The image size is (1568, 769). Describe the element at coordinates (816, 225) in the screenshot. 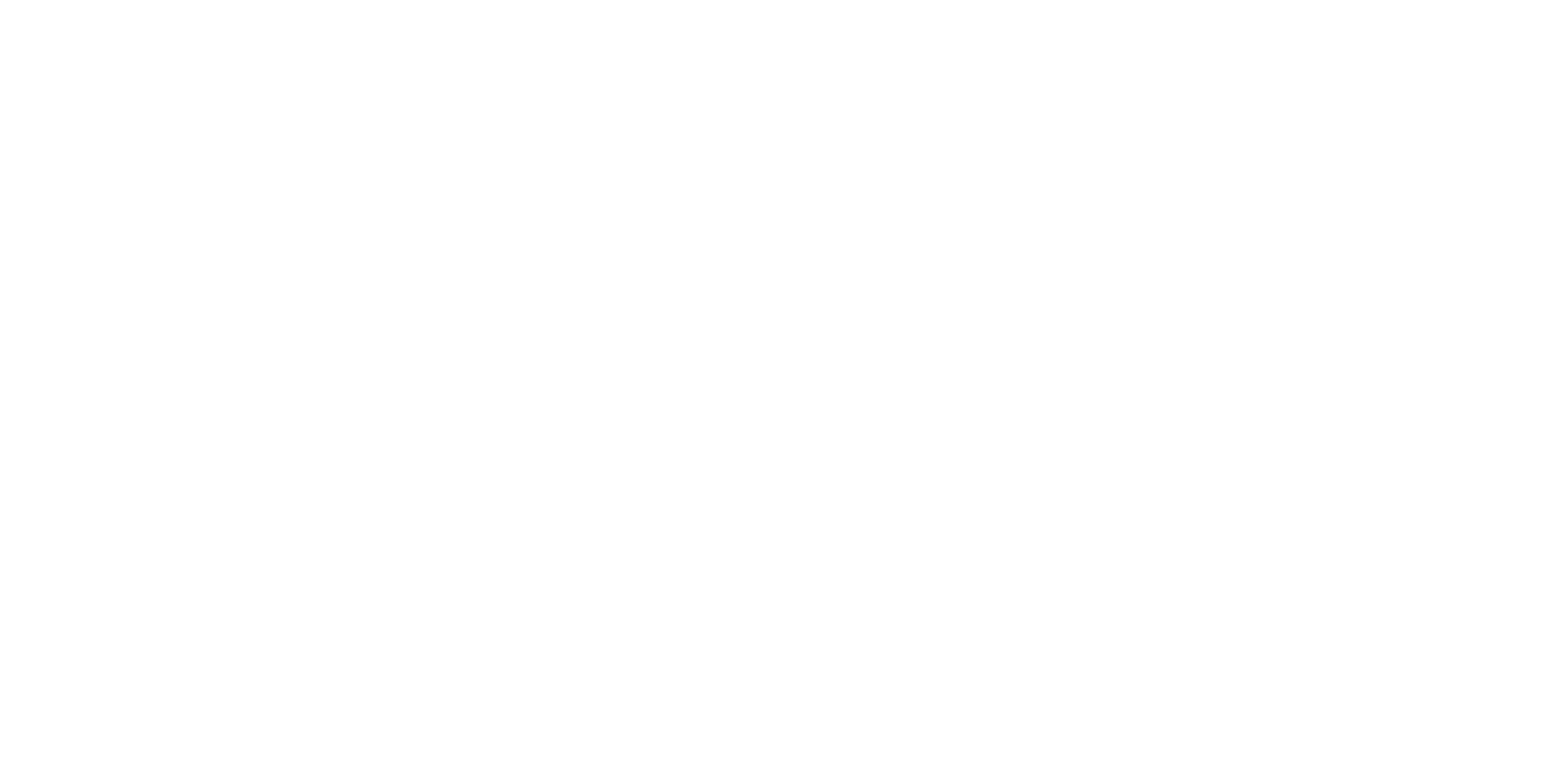

I see `'Genelec Aural ID Plug-In for Headphone Monitoring Debuts'` at that location.